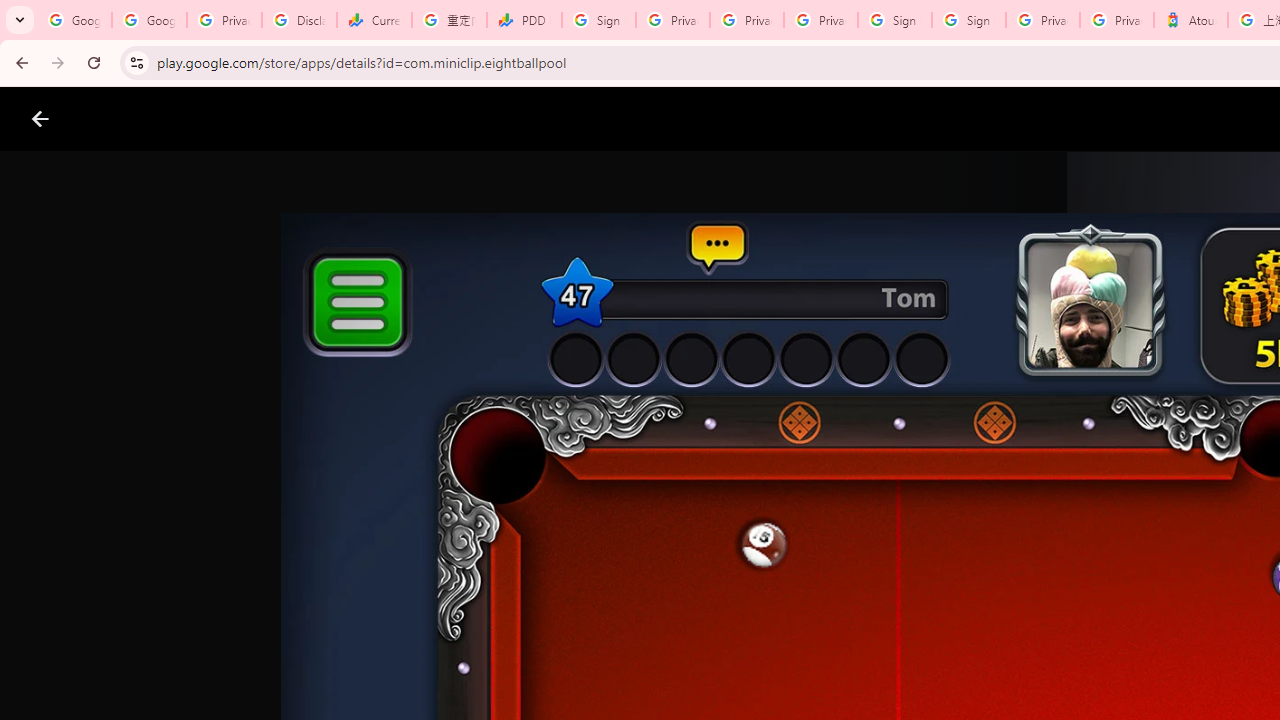 The image size is (1280, 720). What do you see at coordinates (39, 119) in the screenshot?
I see `'Close screenshot viewer'` at bounding box center [39, 119].